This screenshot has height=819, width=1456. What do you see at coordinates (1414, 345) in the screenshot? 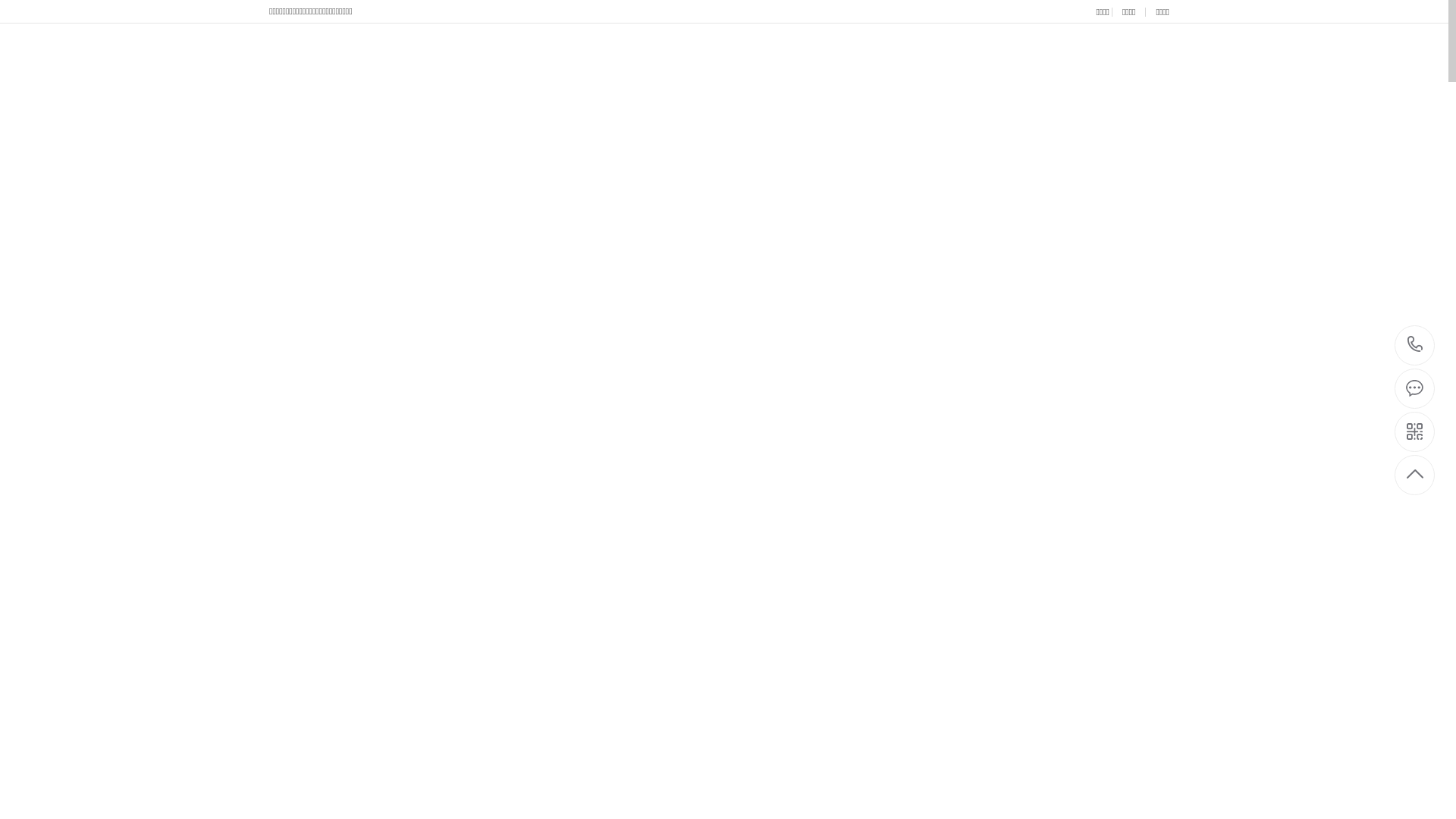
I see `'0577-86628279'` at bounding box center [1414, 345].